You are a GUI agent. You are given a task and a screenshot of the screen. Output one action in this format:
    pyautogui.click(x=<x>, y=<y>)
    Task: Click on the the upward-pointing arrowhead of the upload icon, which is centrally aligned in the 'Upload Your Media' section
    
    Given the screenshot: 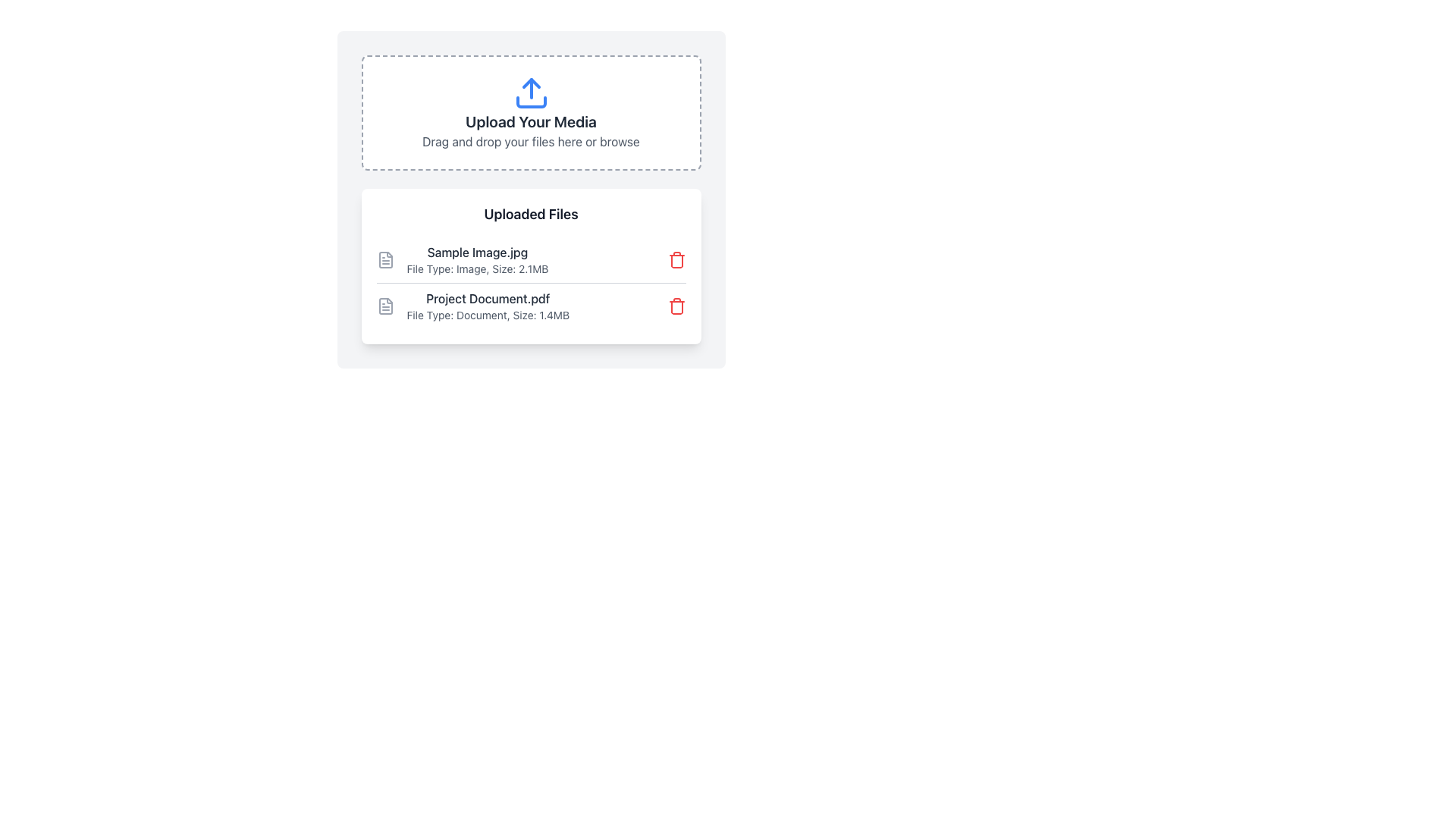 What is the action you would take?
    pyautogui.click(x=531, y=83)
    